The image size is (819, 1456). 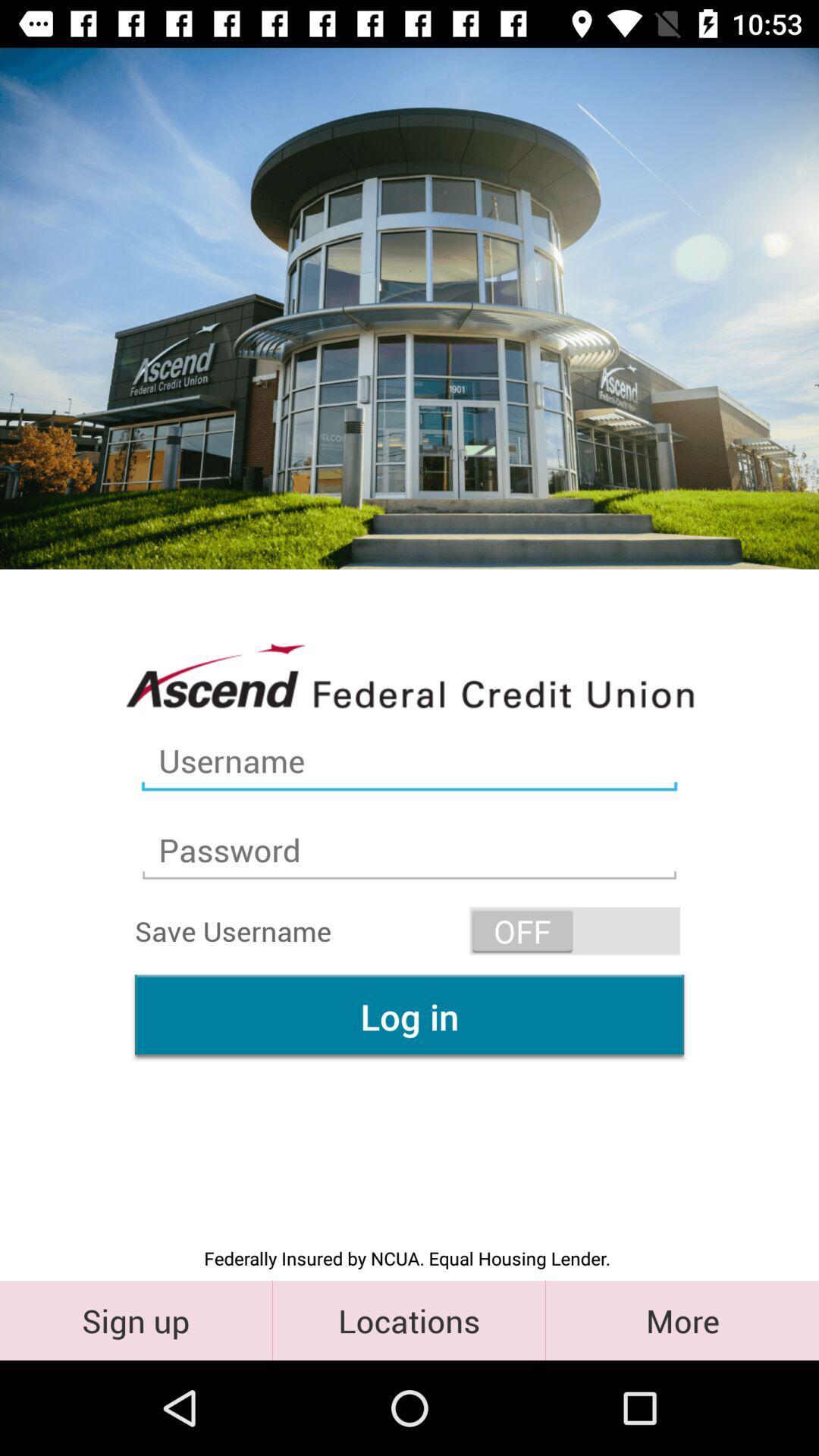 What do you see at coordinates (408, 1319) in the screenshot?
I see `the icon to the right of sign up icon` at bounding box center [408, 1319].